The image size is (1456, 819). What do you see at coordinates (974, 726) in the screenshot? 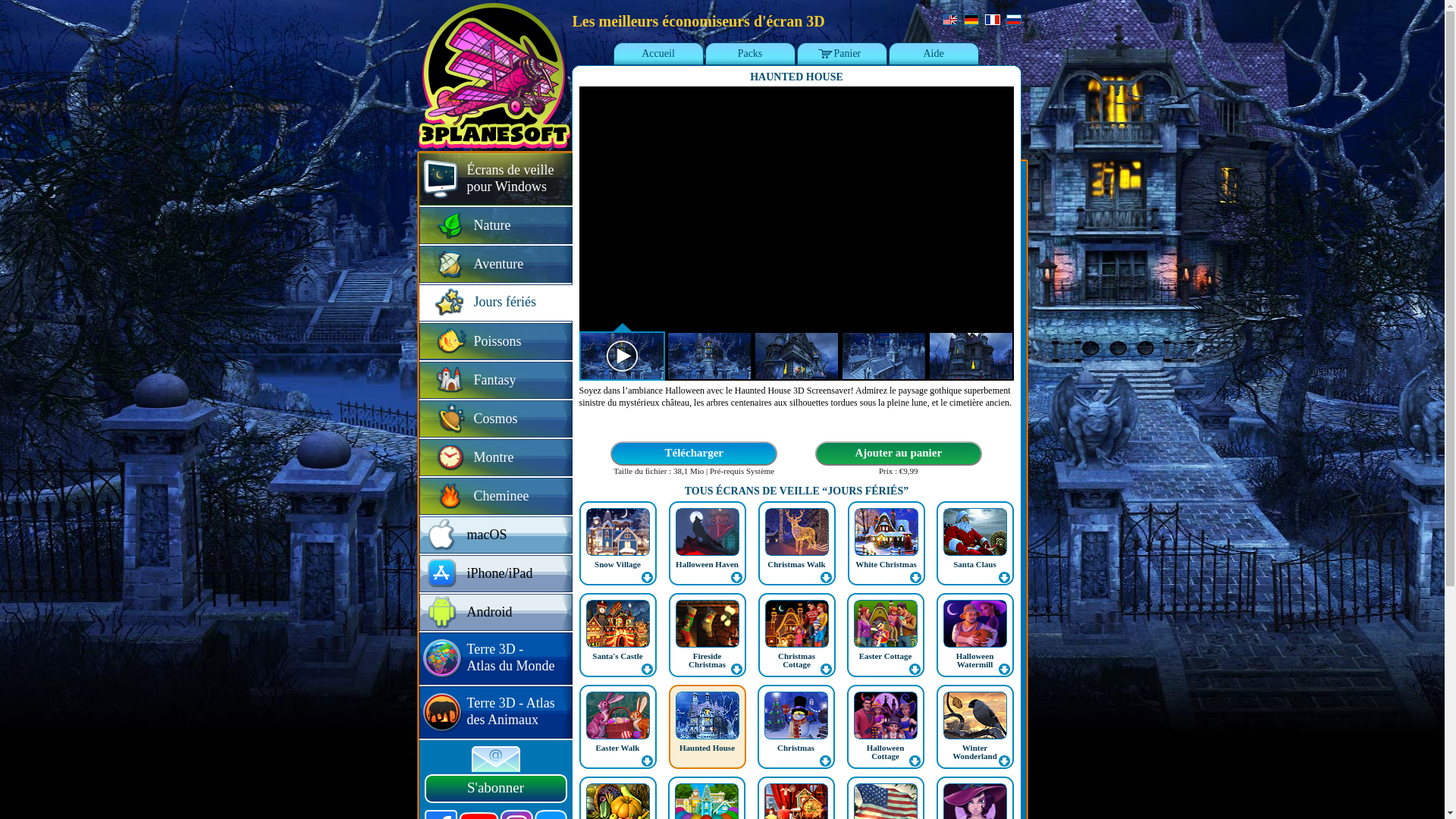
I see `'Winter Wonderland'` at bounding box center [974, 726].